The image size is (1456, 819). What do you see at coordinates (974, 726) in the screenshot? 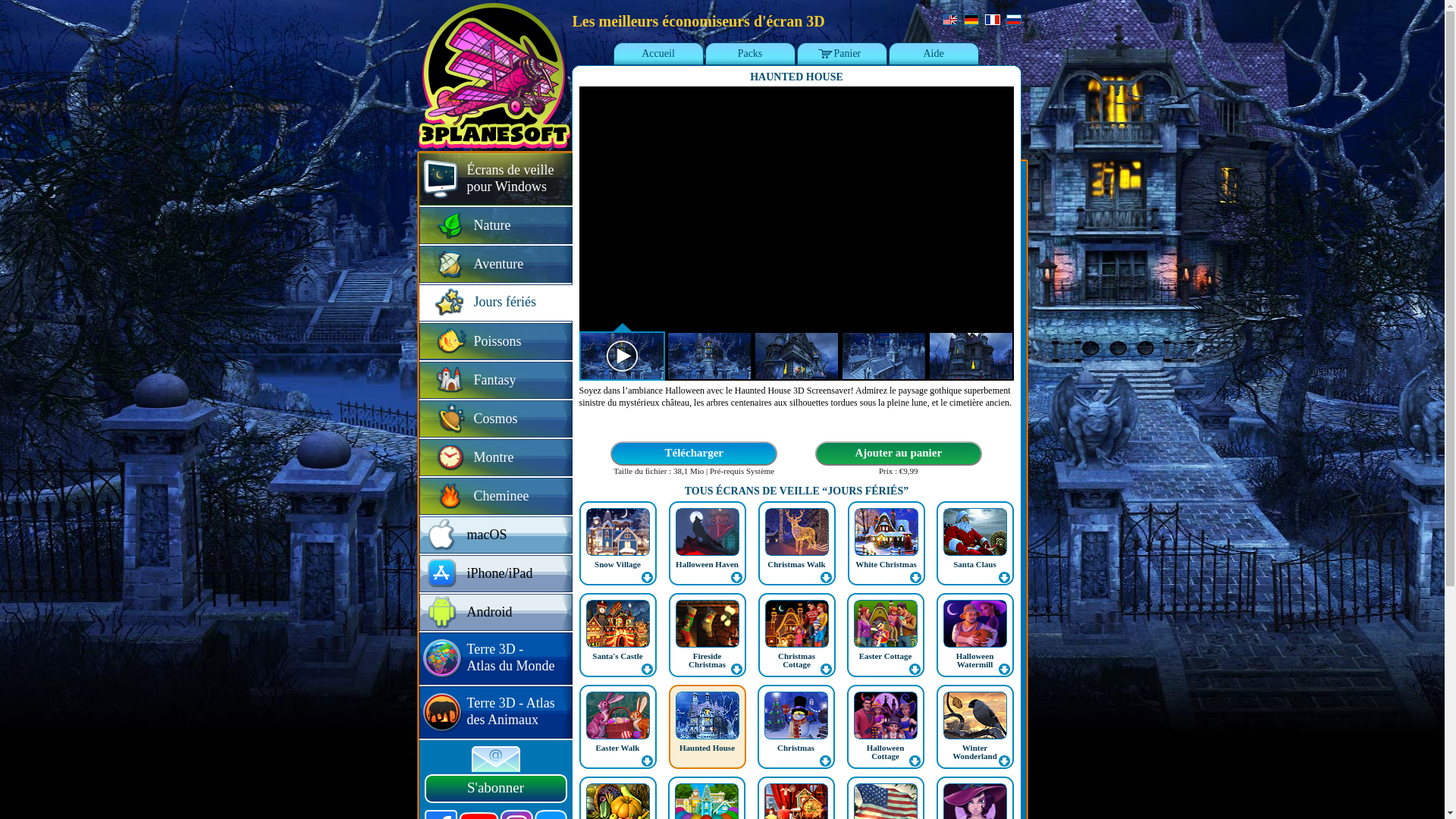
I see `'Winter Wonderland'` at bounding box center [974, 726].